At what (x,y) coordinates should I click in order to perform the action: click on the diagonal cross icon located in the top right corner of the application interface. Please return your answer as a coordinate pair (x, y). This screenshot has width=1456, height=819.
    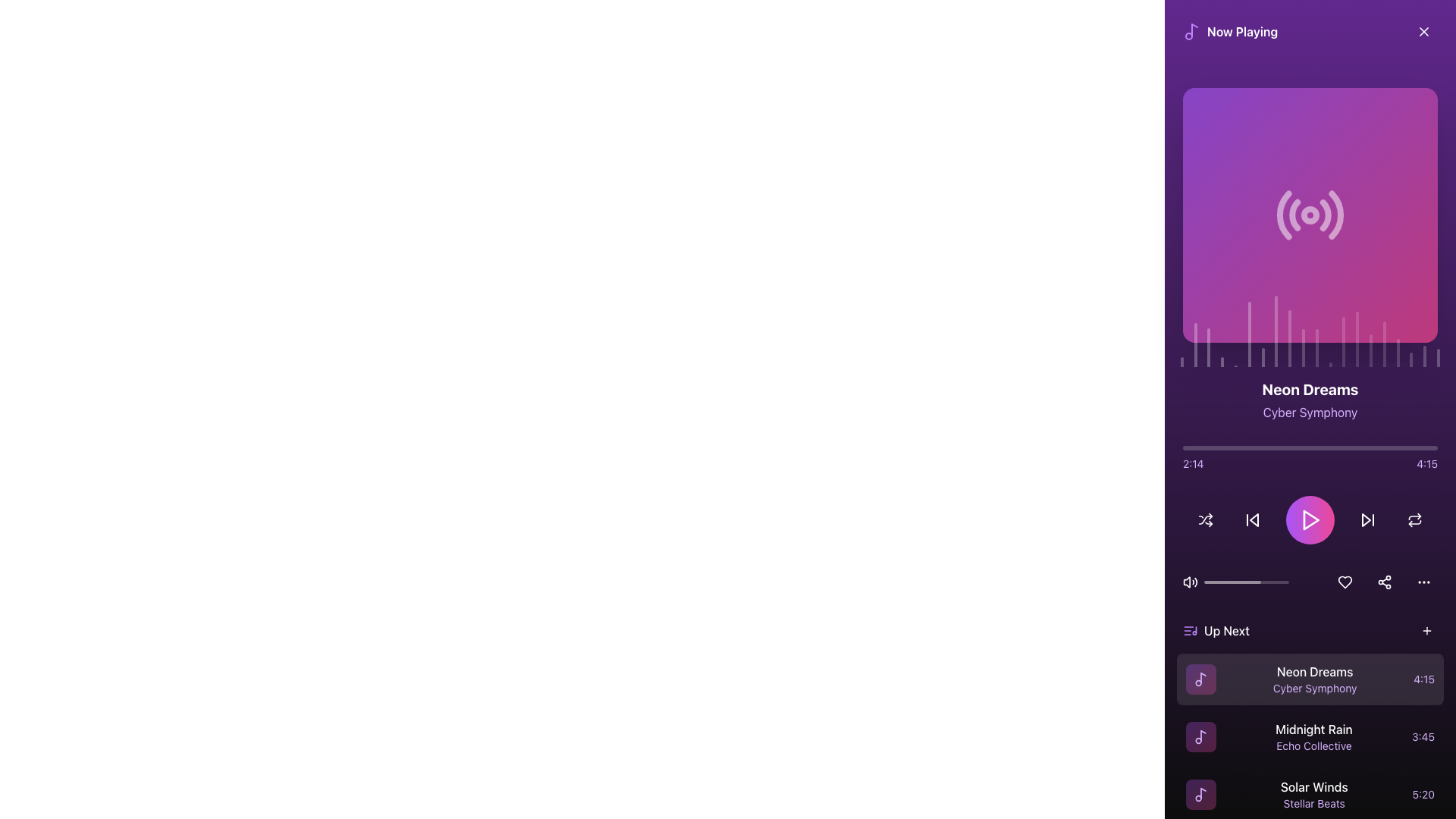
    Looking at the image, I should click on (1423, 32).